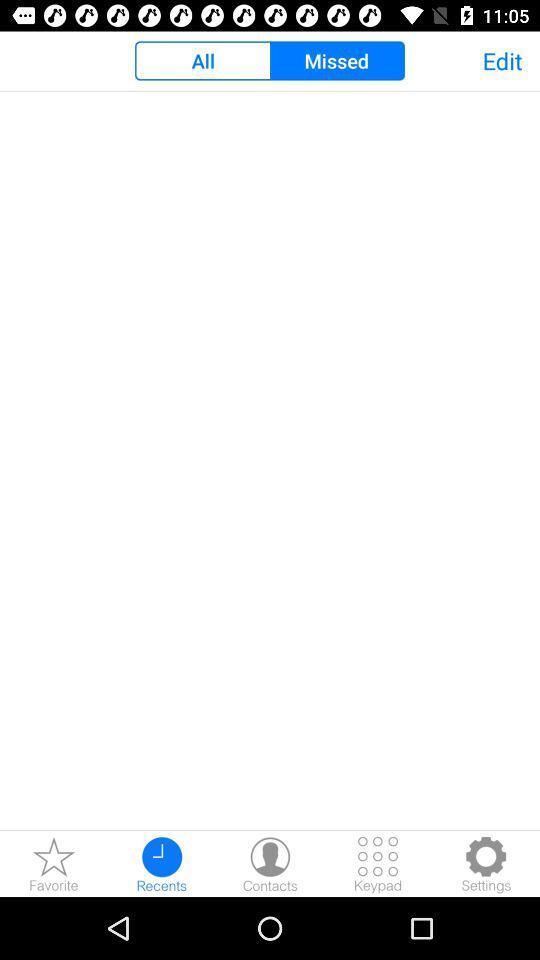 The height and width of the screenshot is (960, 540). Describe the element at coordinates (378, 863) in the screenshot. I see `it is used for typing` at that location.